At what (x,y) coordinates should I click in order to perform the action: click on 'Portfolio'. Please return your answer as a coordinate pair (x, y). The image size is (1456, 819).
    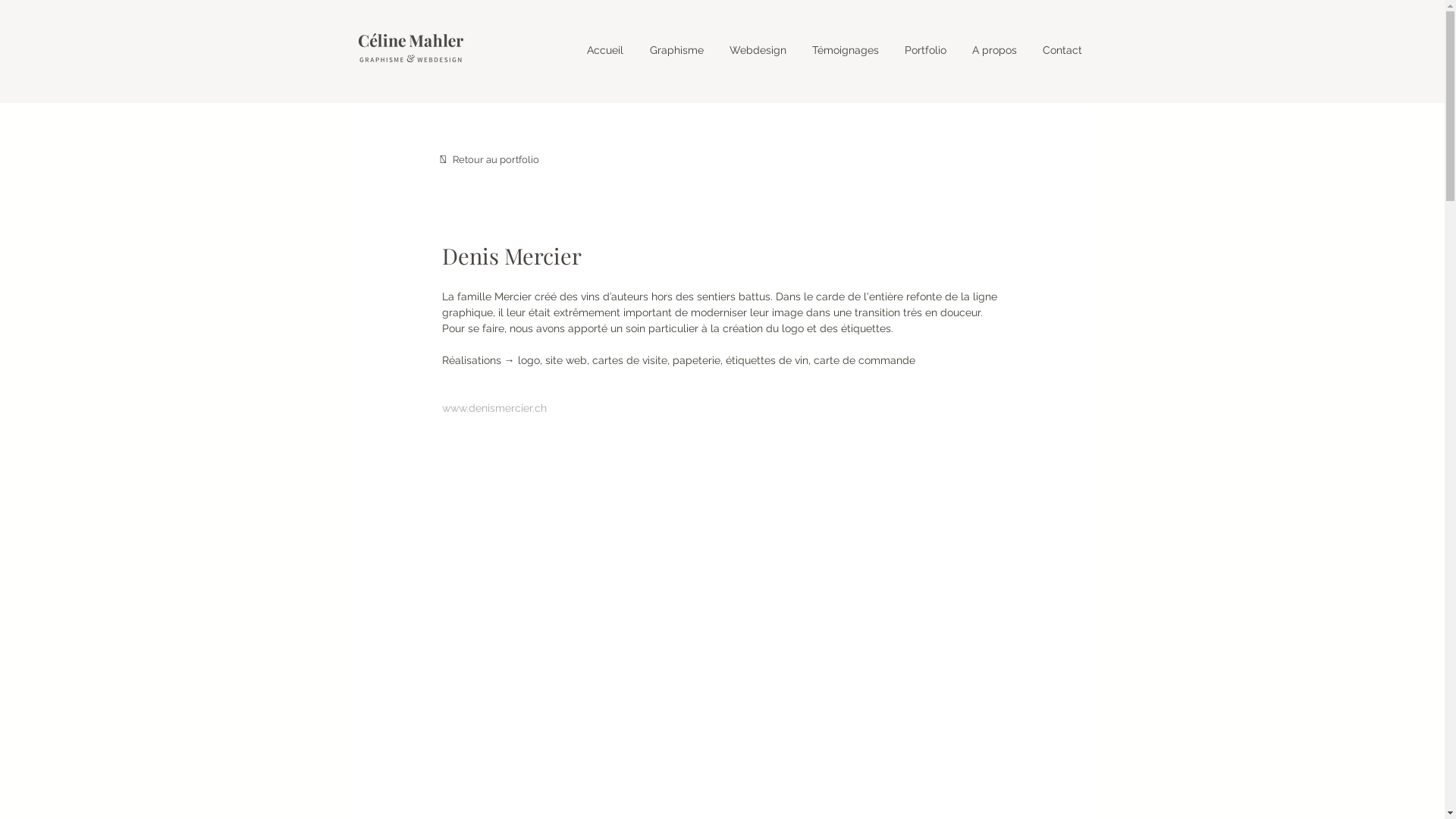
    Looking at the image, I should click on (924, 49).